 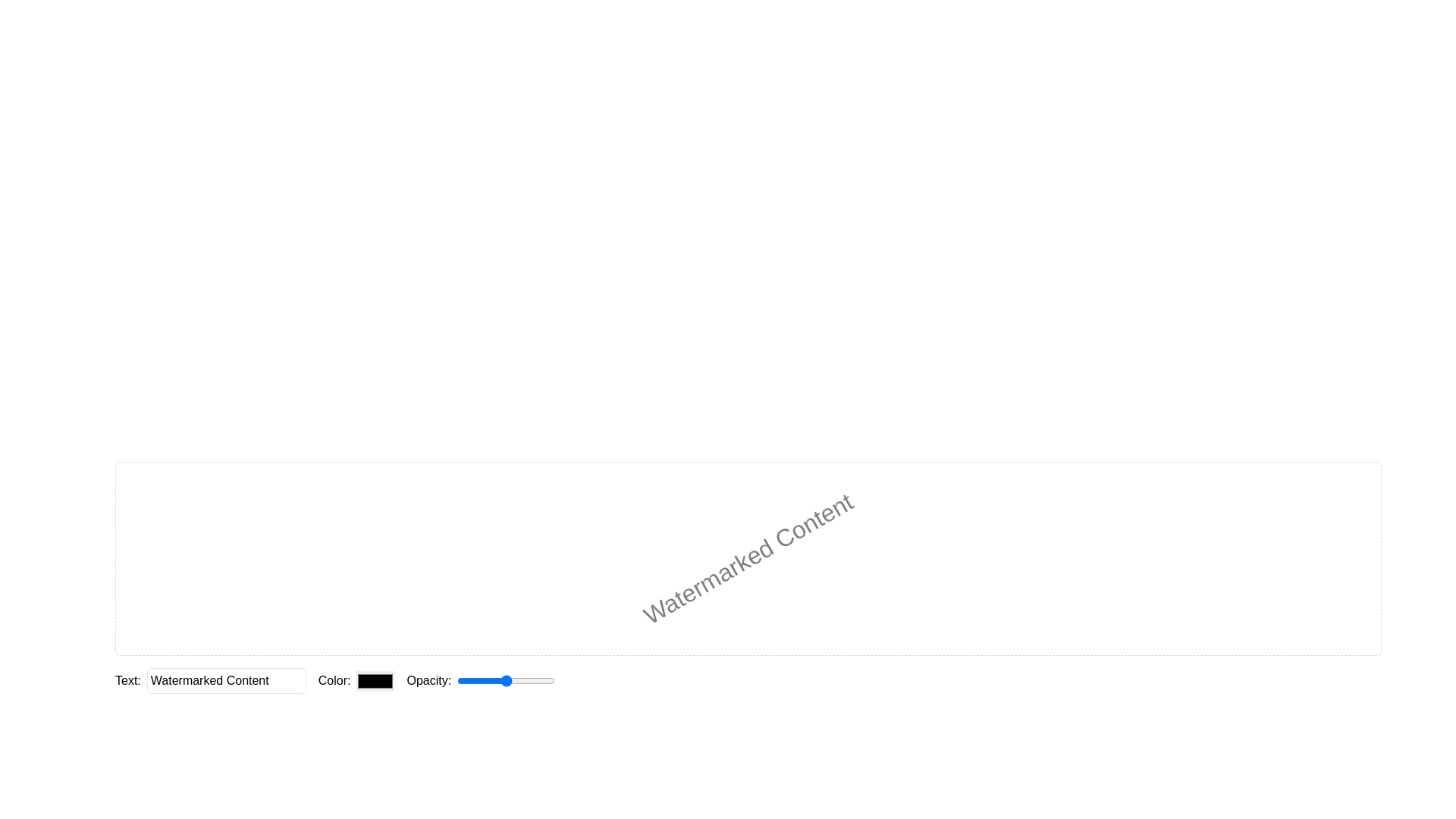 What do you see at coordinates (486, 680) in the screenshot?
I see `opacity` at bounding box center [486, 680].